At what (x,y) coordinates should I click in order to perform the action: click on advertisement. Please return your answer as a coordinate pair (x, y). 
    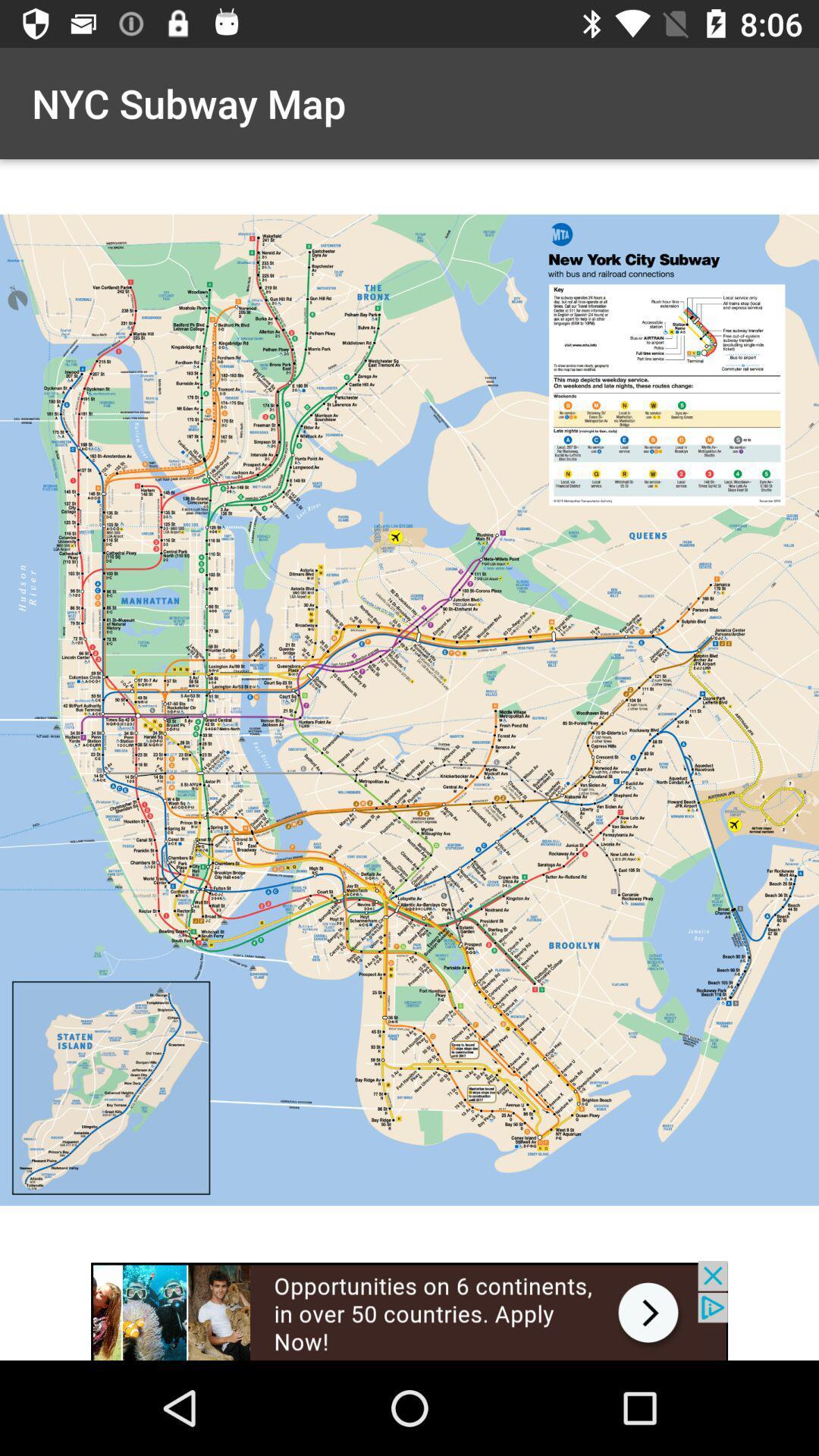
    Looking at the image, I should click on (409, 1310).